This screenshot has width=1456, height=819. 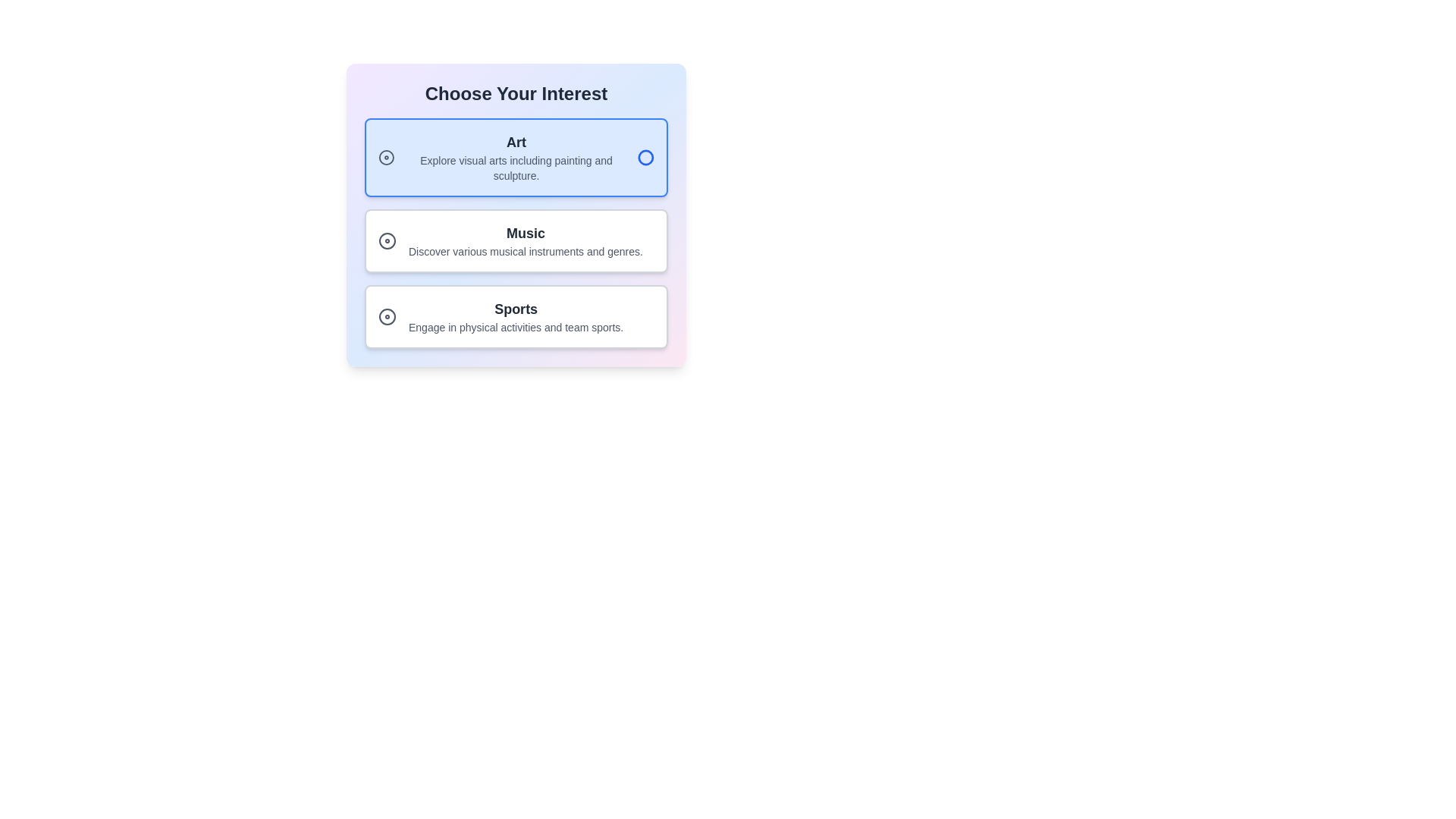 I want to click on the selectable card for 'Sports' using keyboard navigation, so click(x=516, y=315).